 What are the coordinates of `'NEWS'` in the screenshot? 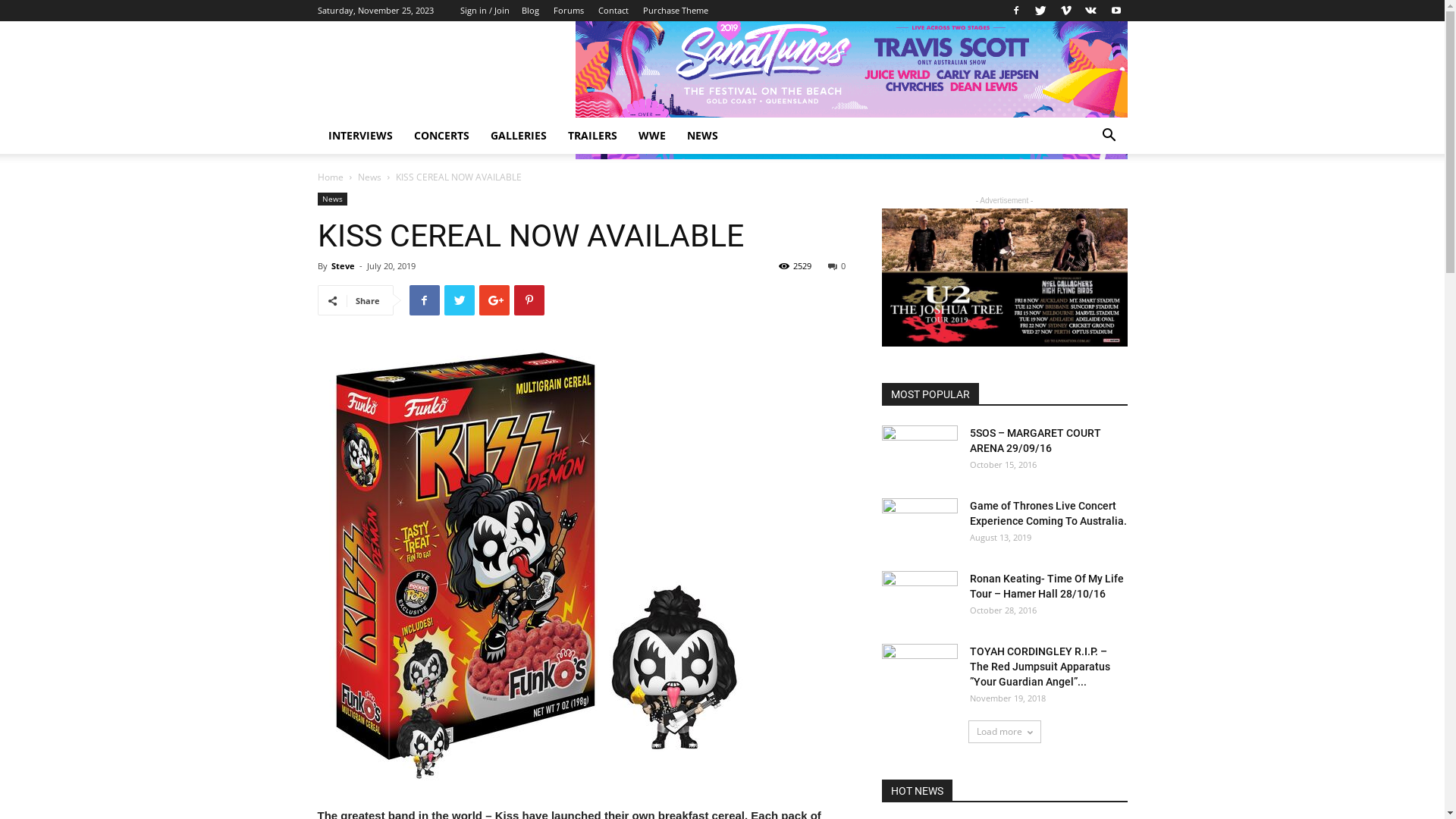 It's located at (701, 134).